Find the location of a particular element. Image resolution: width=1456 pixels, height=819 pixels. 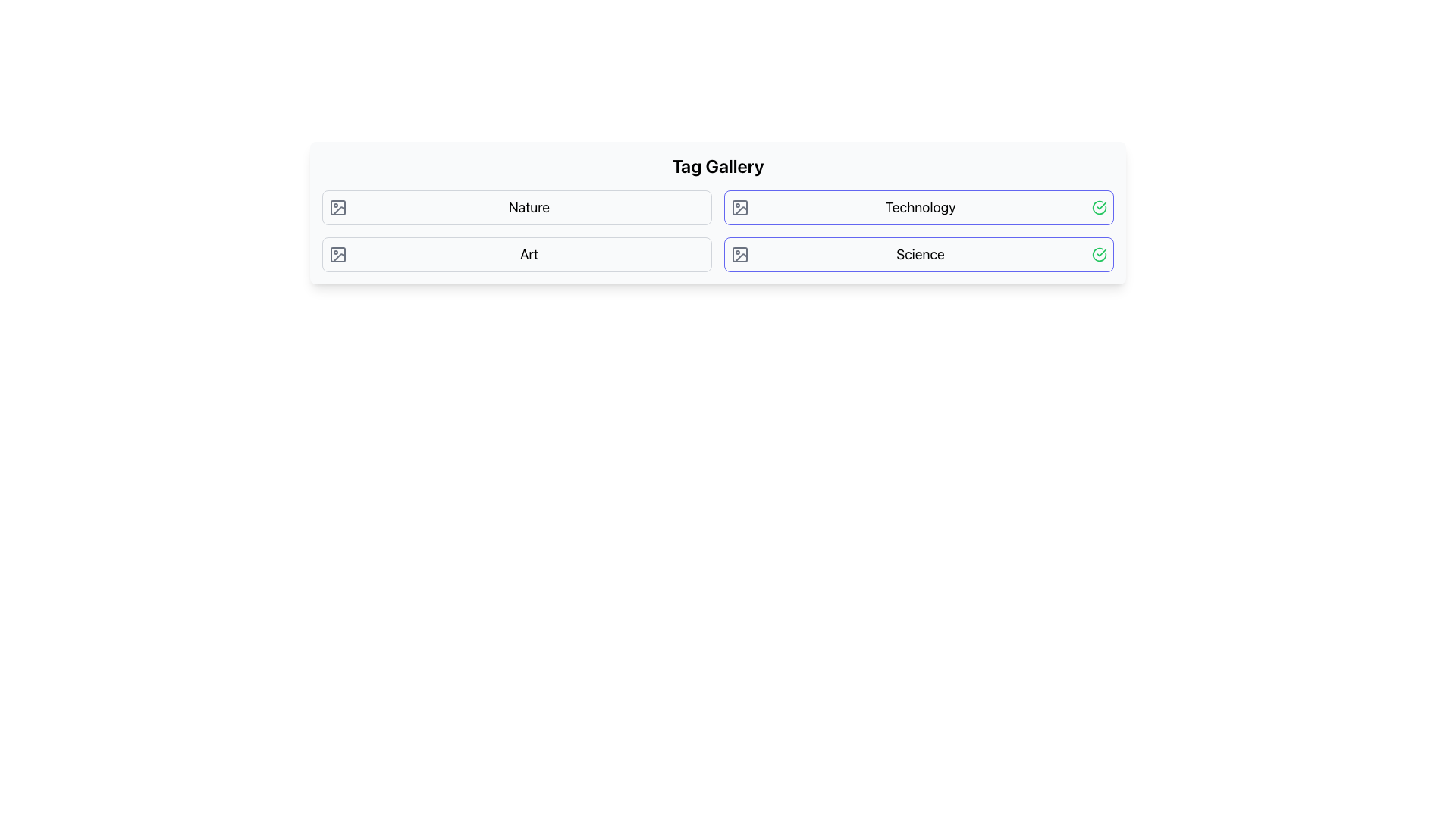

the 'Art' button is located at coordinates (516, 253).